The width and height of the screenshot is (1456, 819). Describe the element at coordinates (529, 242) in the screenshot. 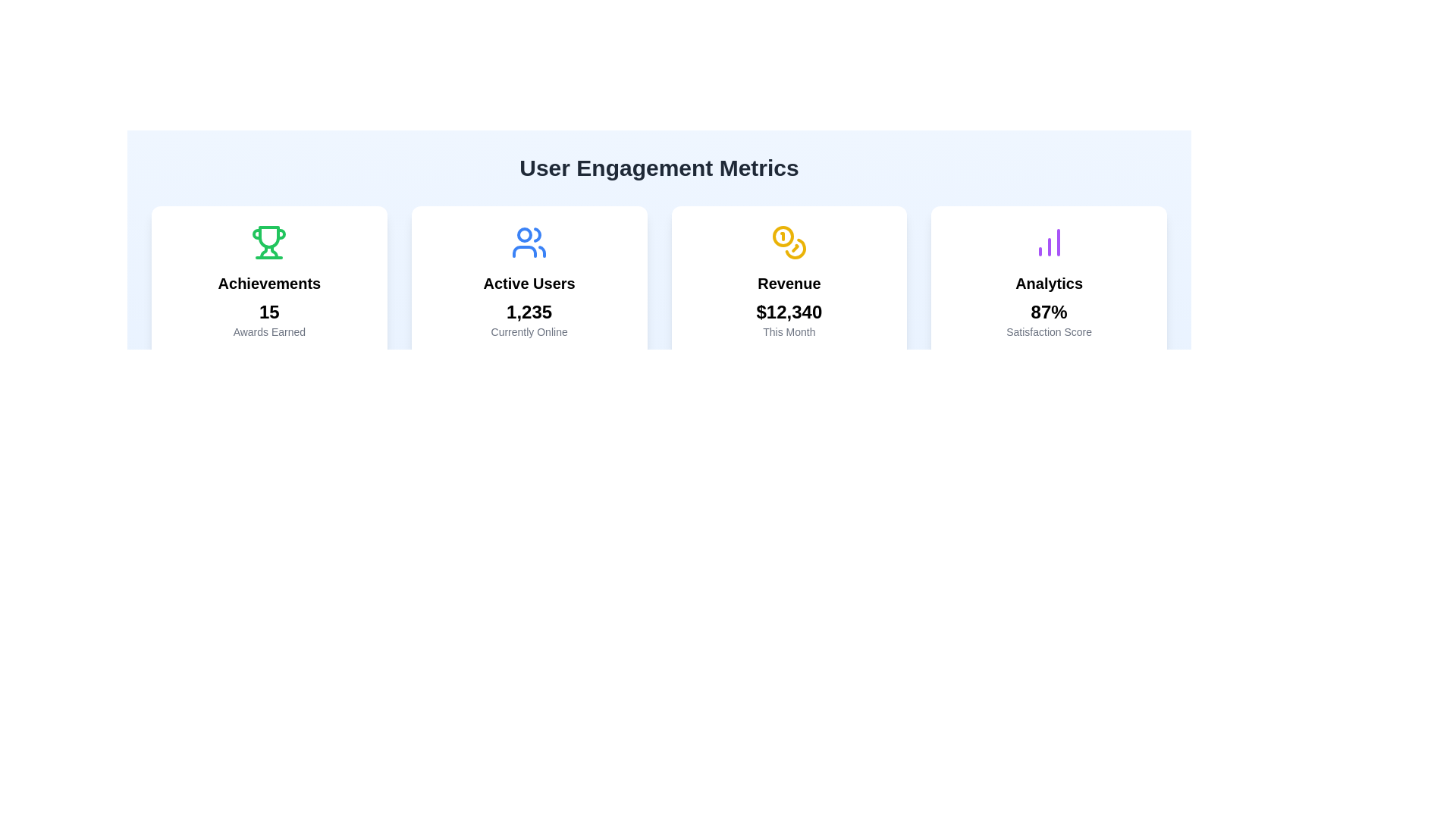

I see `the SVG icon representing two stylized people in outline, which is bright blue and located above the 'Active Users' title in the second card under 'User Engagement Metrics'` at that location.